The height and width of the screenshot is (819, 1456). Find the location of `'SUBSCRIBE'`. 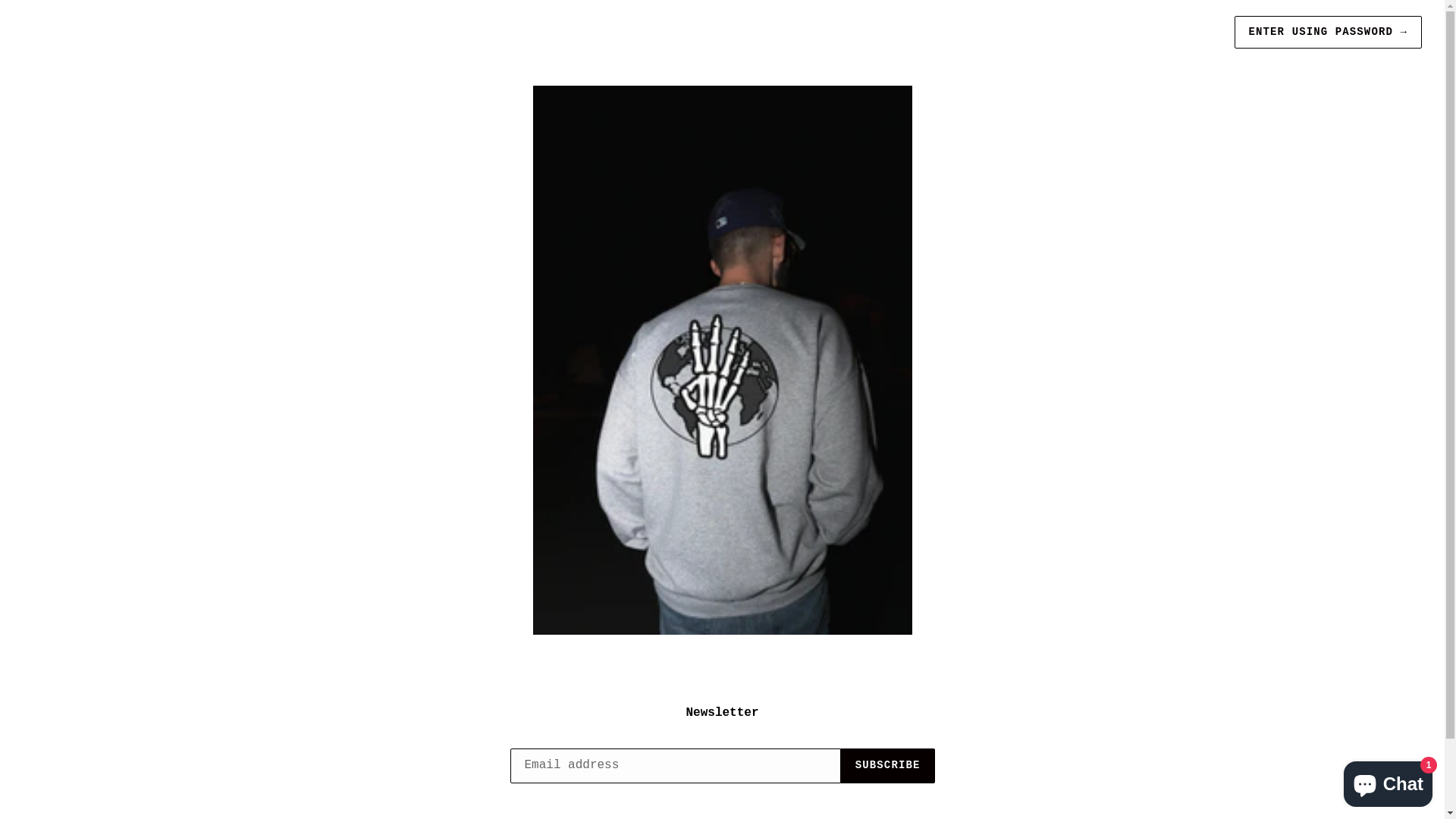

'SUBSCRIBE' is located at coordinates (888, 766).